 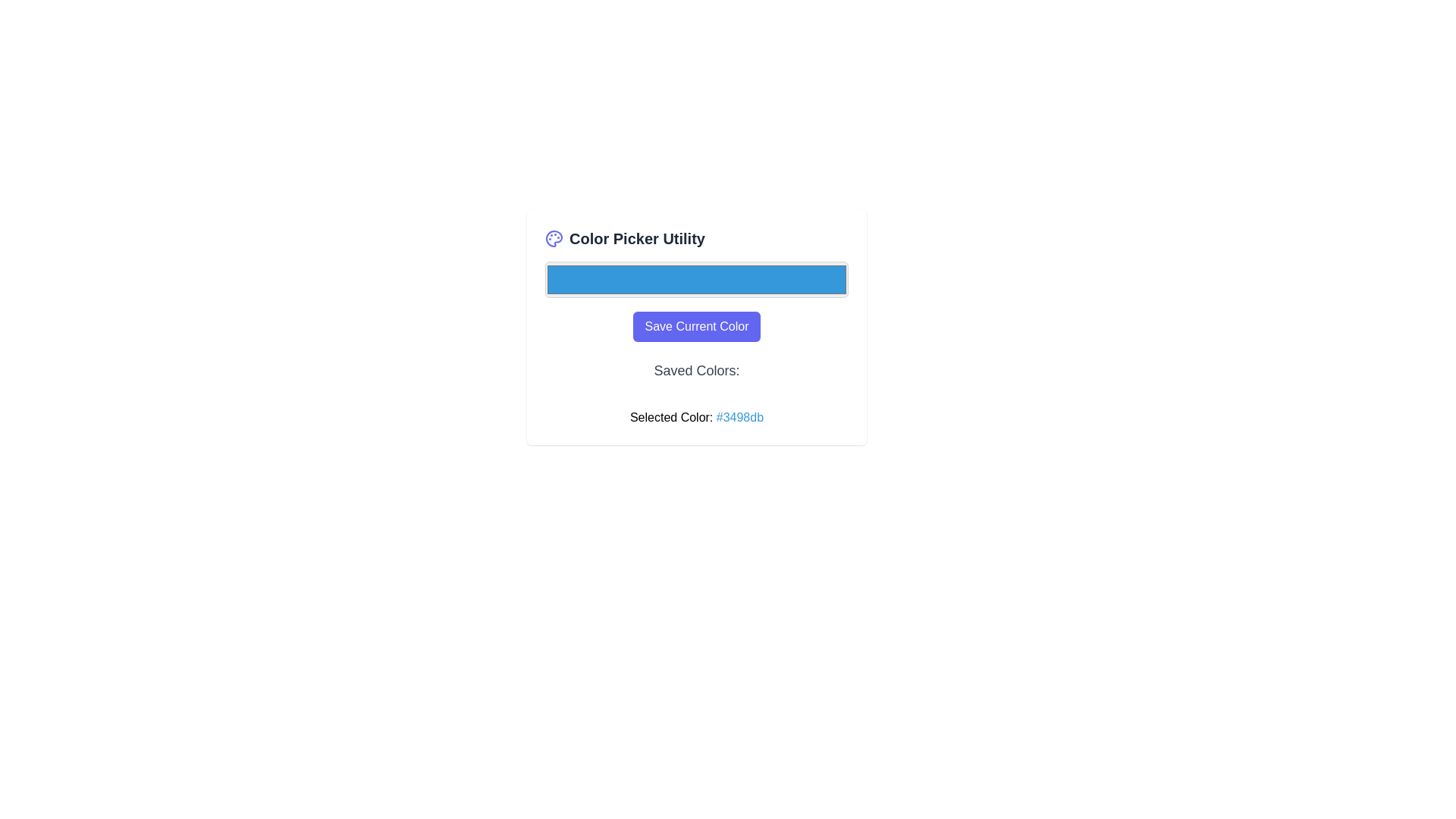 I want to click on the text label that indicates the section where saved colors are displayed, located below the 'Save Current Color' button and above the saved colors section, so click(x=695, y=371).